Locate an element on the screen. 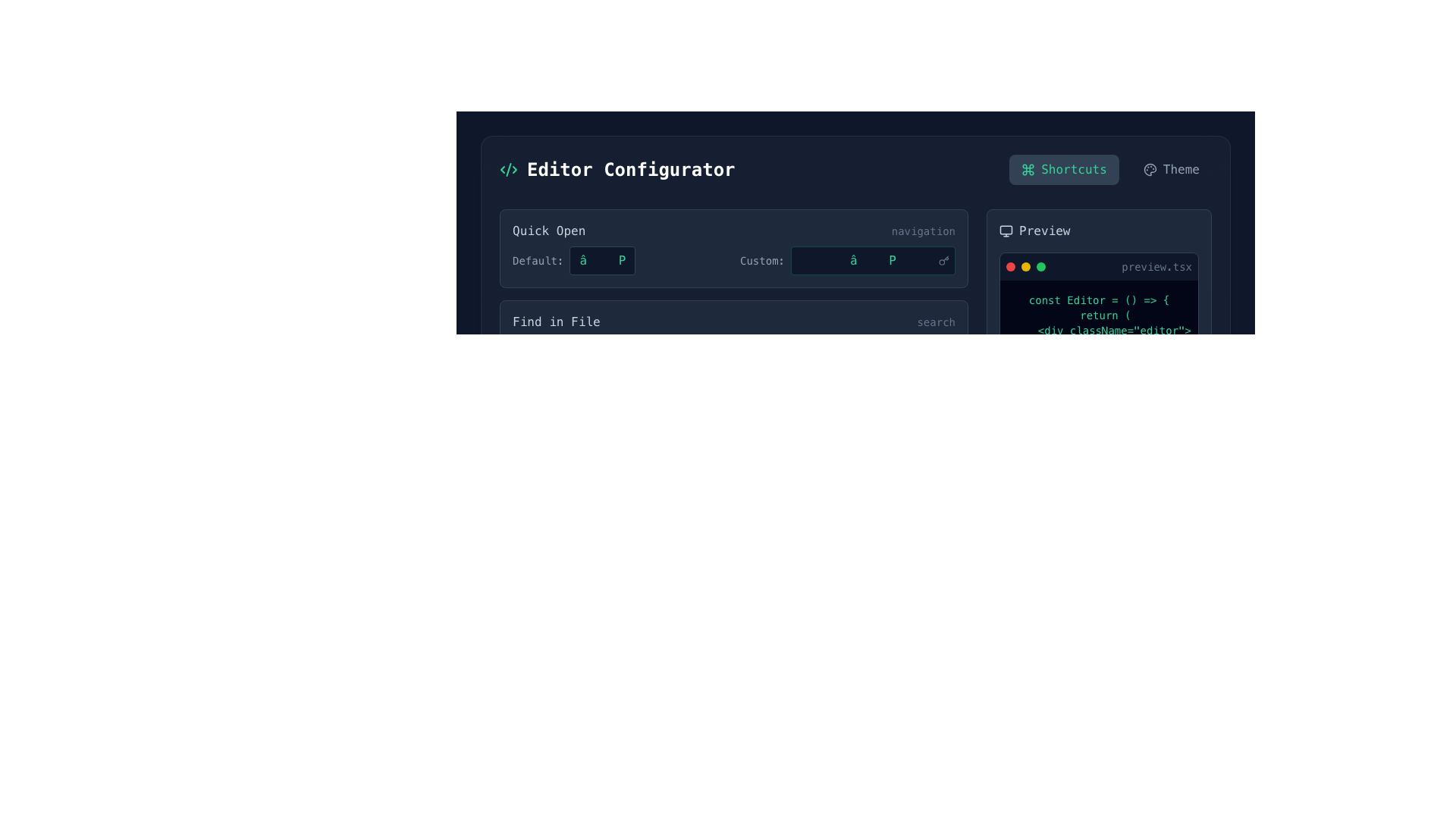 The height and width of the screenshot is (819, 1456). the Header bar located at the top of the 'Preview' panel, which indicates the name of the preview file currently being displayed is located at coordinates (1099, 265).